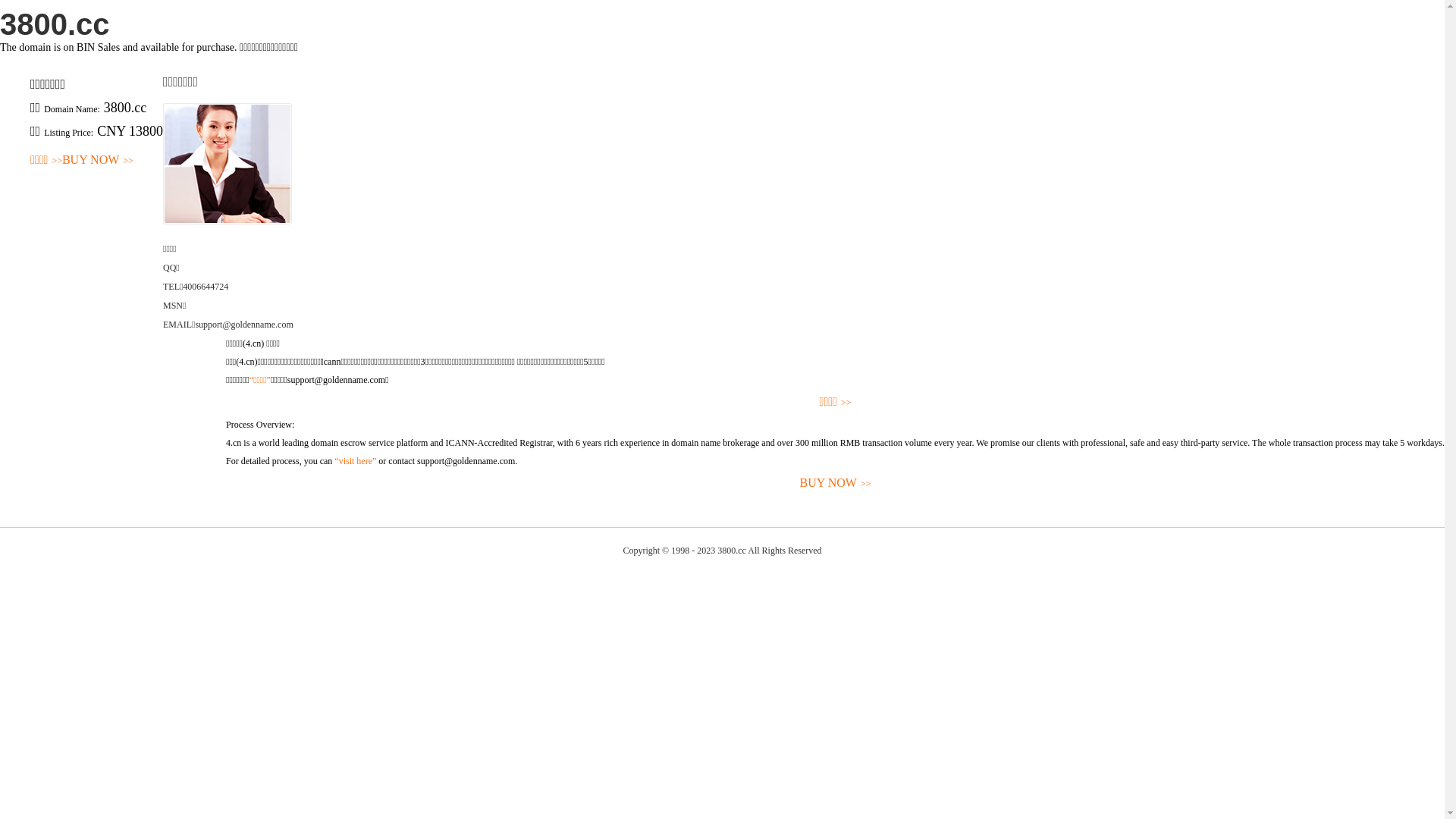 This screenshot has height=819, width=1456. I want to click on 'BUY NOW>>', so click(61, 160).